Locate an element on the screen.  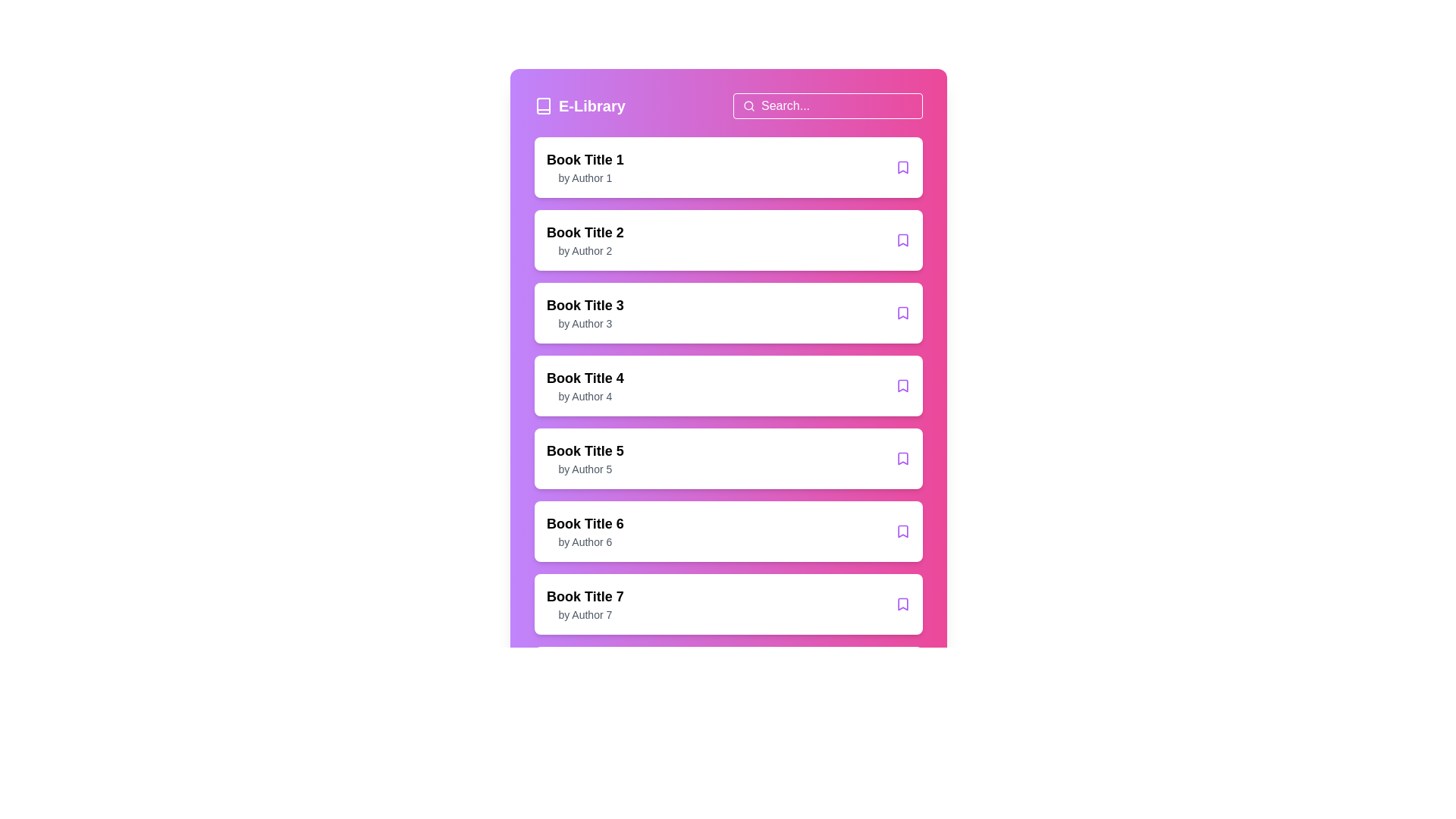
the Text Label displaying the title 'Book Title 3', which is located as the primary heading in the third card of a vertically stacked list of books is located at coordinates (584, 305).